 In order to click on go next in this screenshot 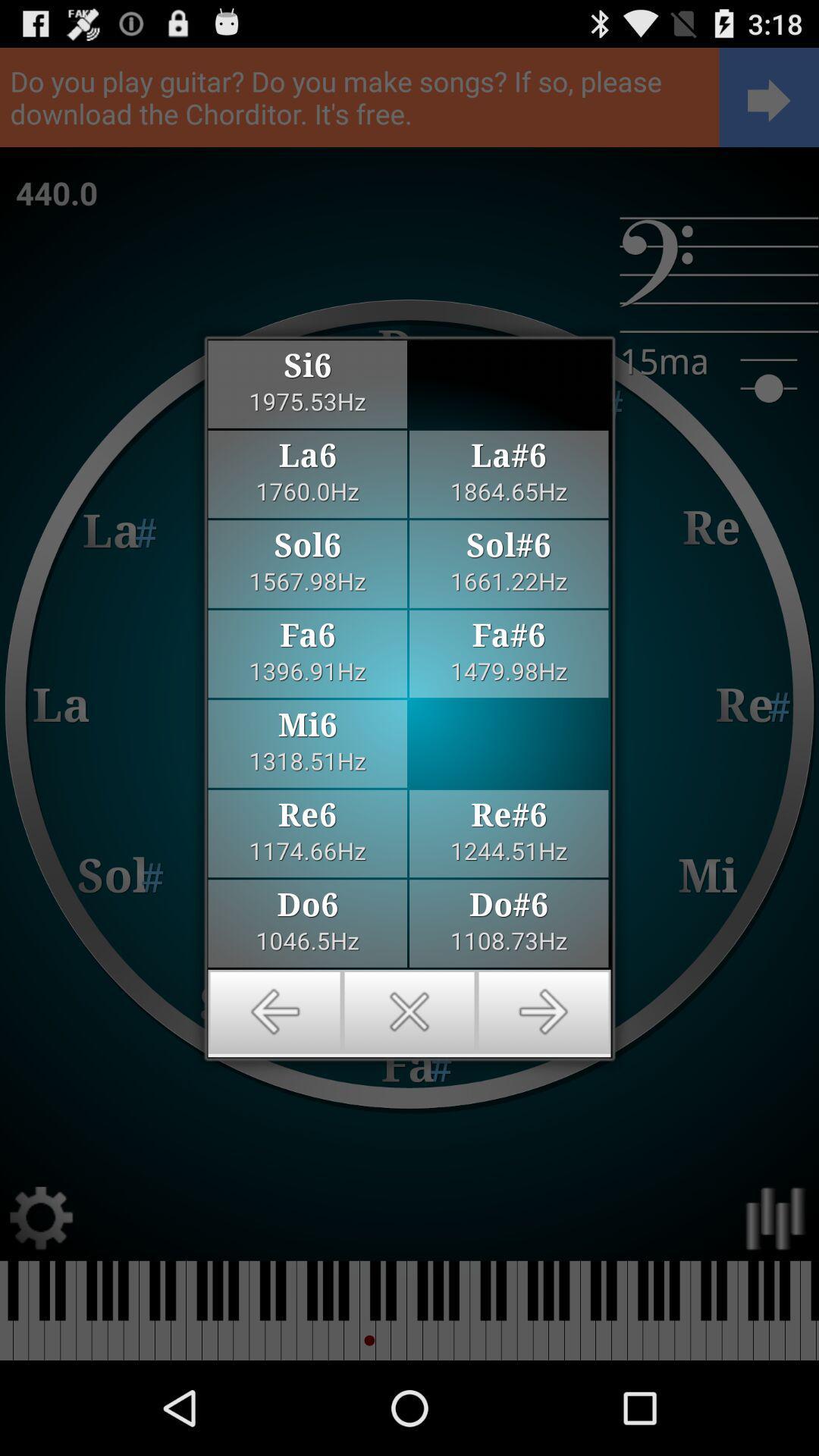, I will do `click(543, 1012)`.